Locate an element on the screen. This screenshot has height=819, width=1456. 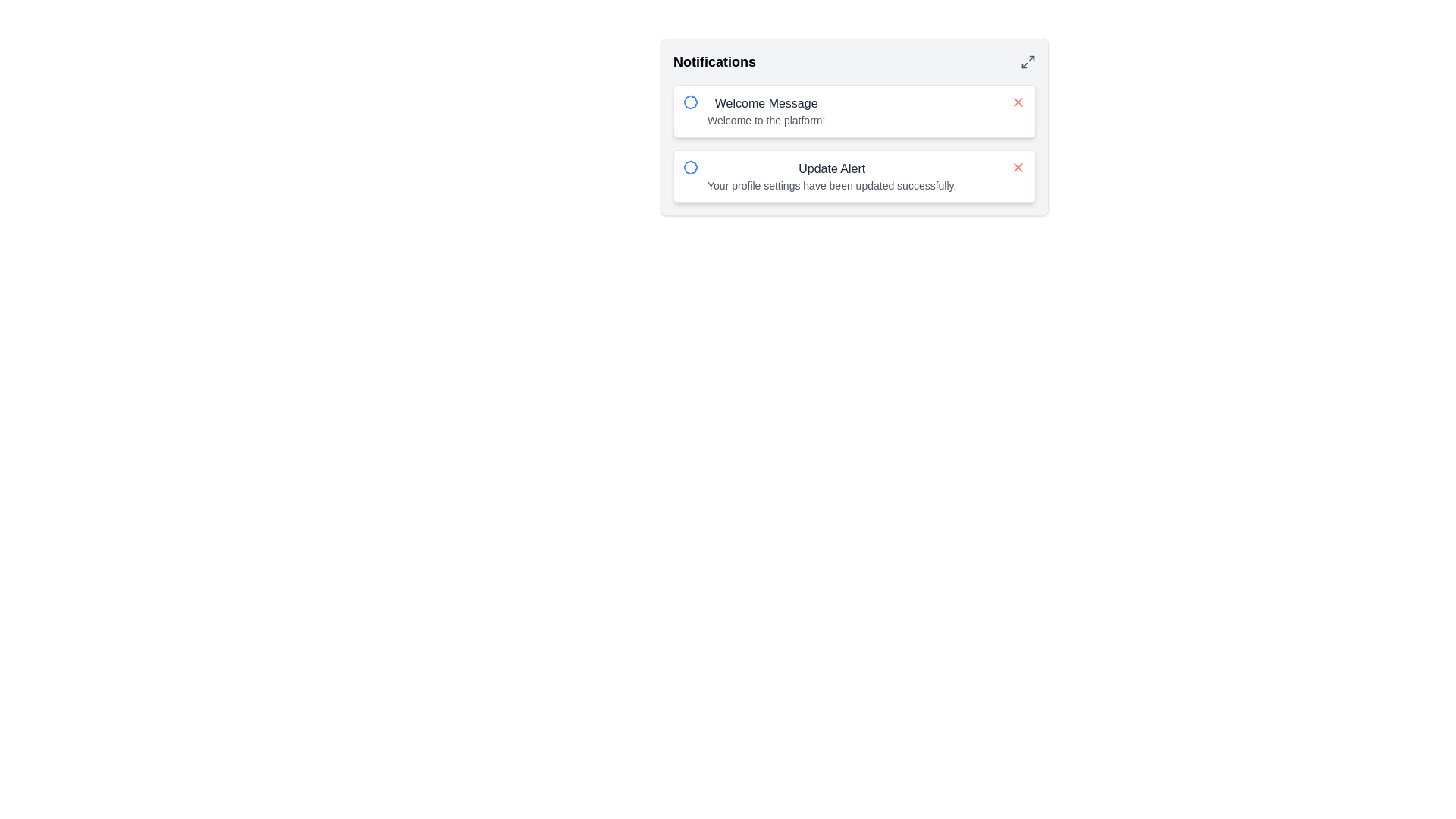
the circular badge icon with a wavy edge located to the left of the 'Welcome Message' text in the Notifications panel is located at coordinates (690, 102).